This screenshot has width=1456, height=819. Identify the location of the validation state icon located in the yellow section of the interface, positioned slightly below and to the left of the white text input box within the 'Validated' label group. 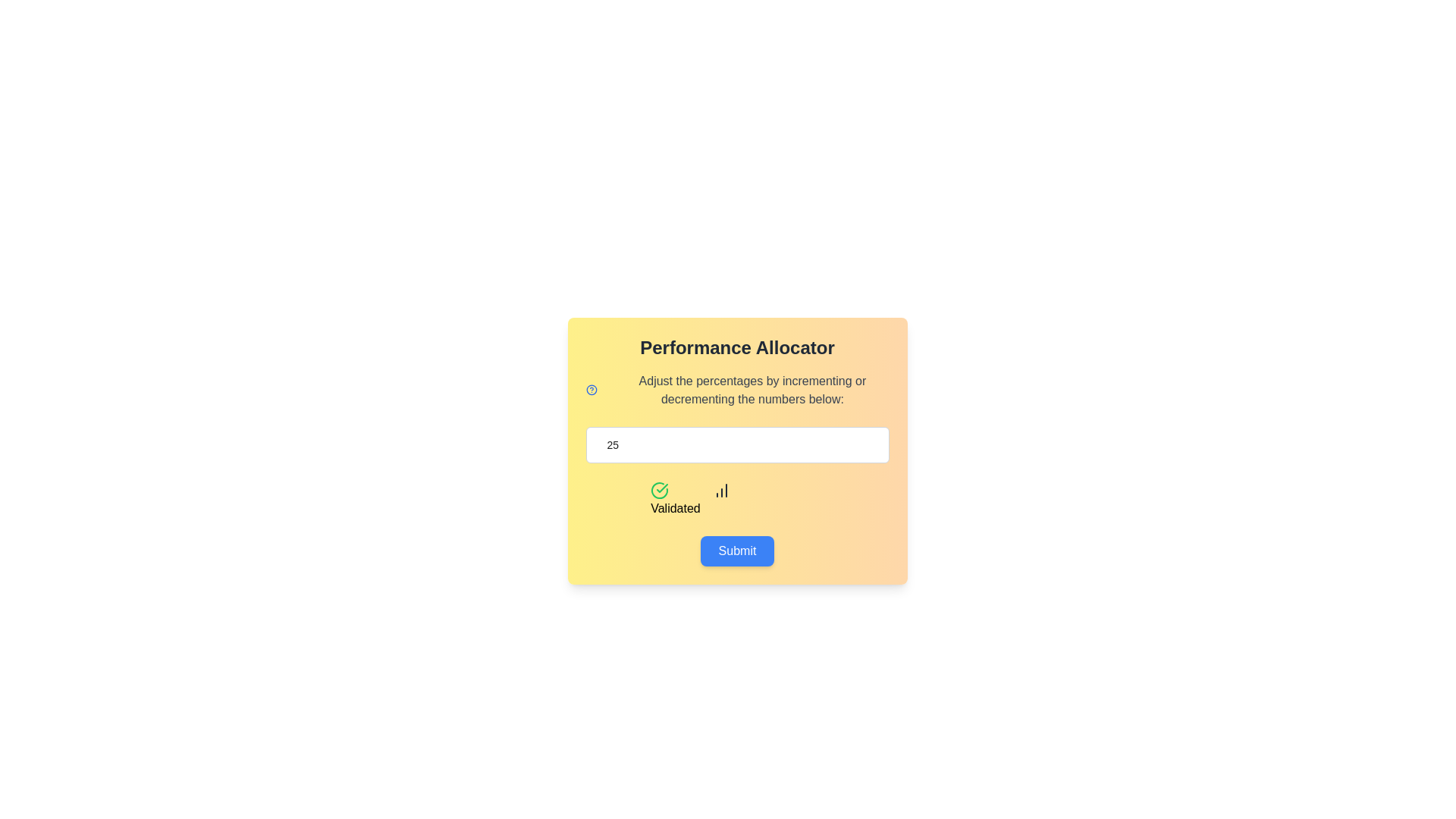
(660, 491).